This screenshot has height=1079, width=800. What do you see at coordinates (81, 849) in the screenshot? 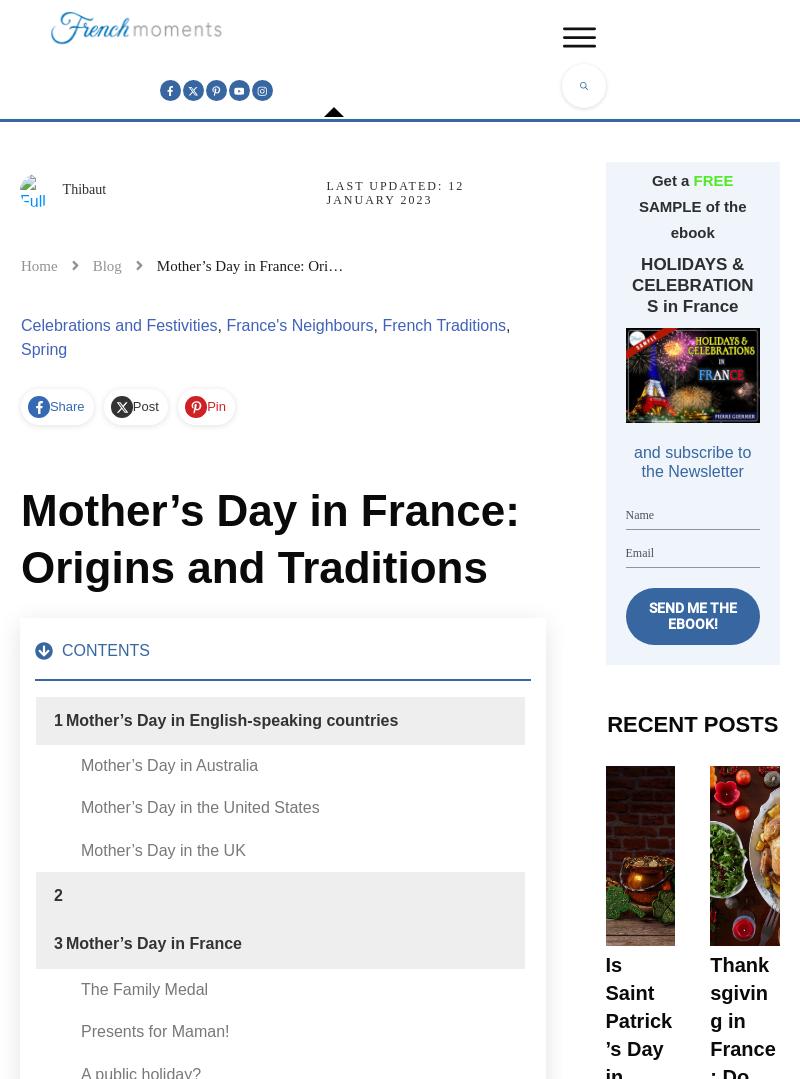
I see `'Mother’s Day in the UK'` at bounding box center [81, 849].